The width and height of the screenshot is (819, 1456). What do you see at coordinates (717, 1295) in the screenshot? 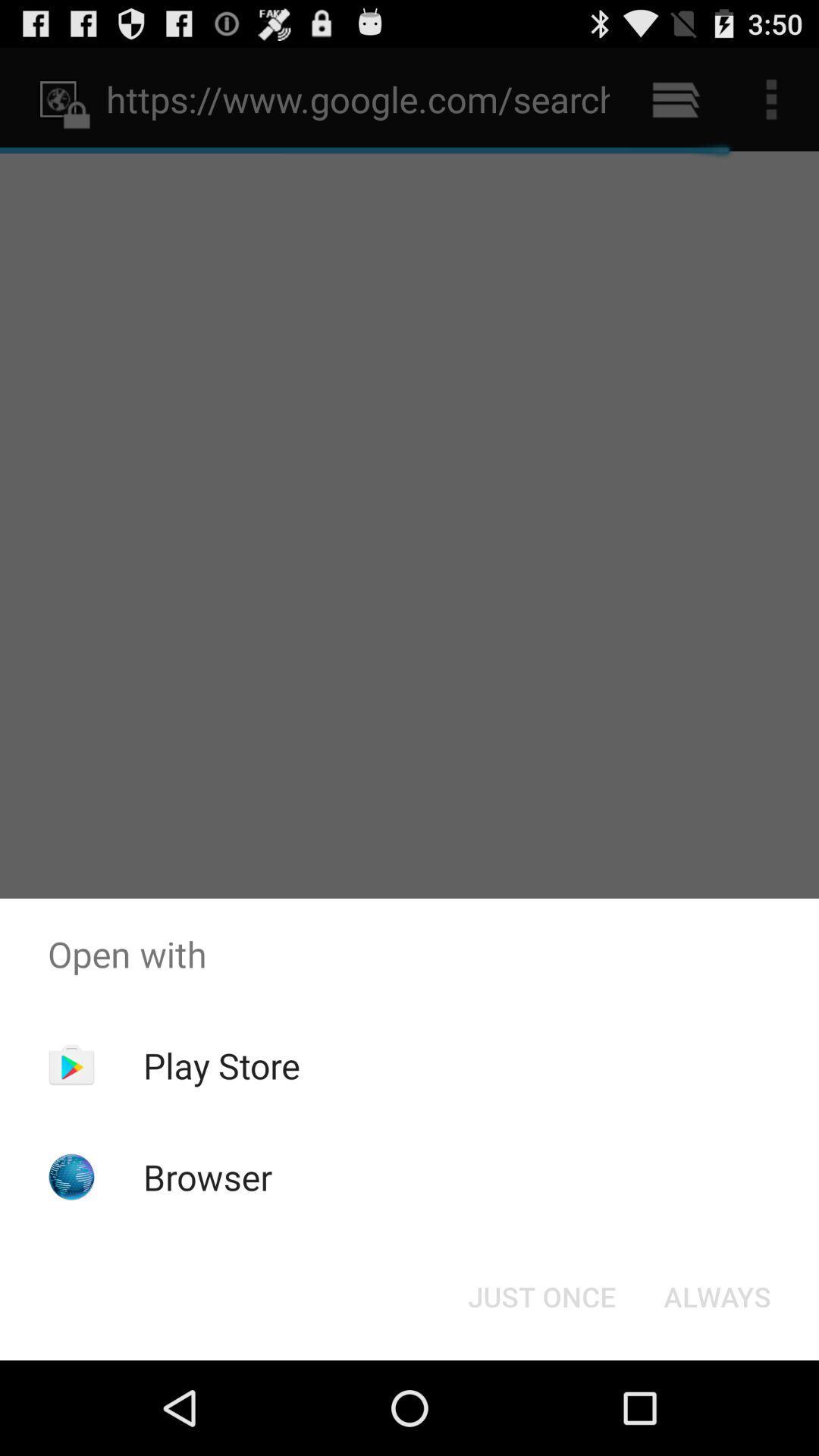
I see `the always` at bounding box center [717, 1295].